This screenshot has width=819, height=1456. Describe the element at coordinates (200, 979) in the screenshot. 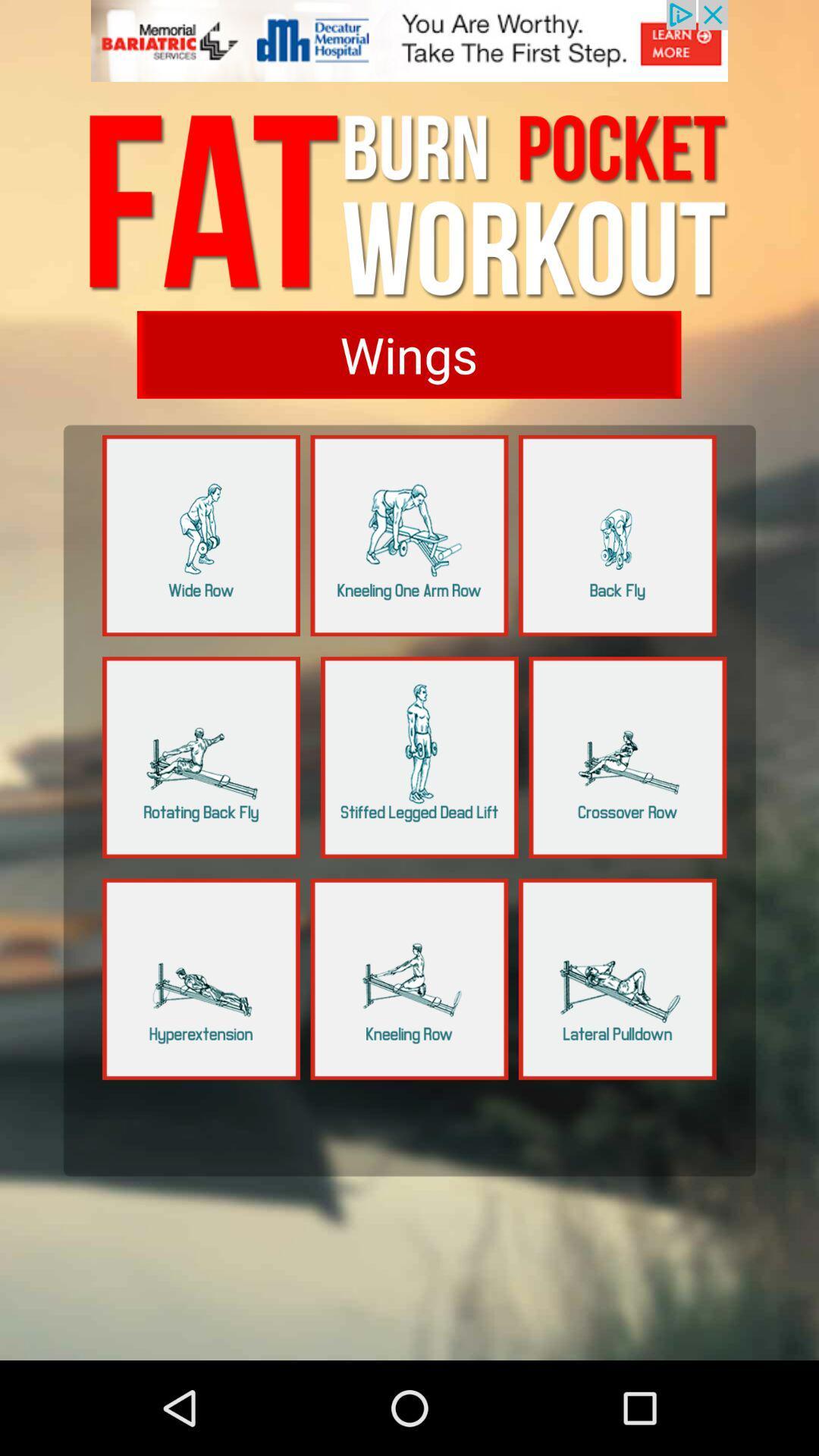

I see `choose hypertension exercise` at that location.